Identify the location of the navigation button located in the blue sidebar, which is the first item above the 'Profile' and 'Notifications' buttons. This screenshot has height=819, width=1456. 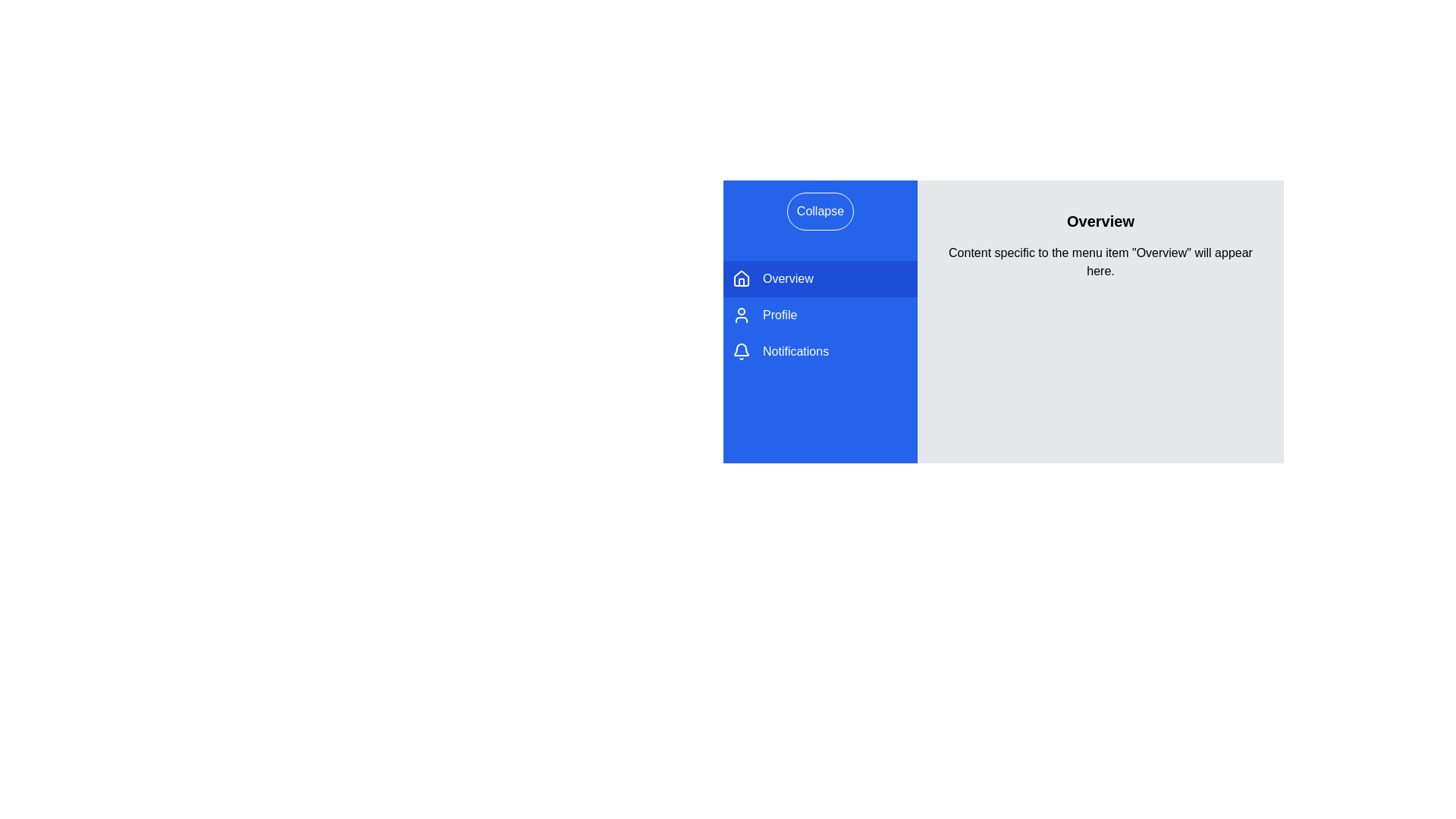
(819, 278).